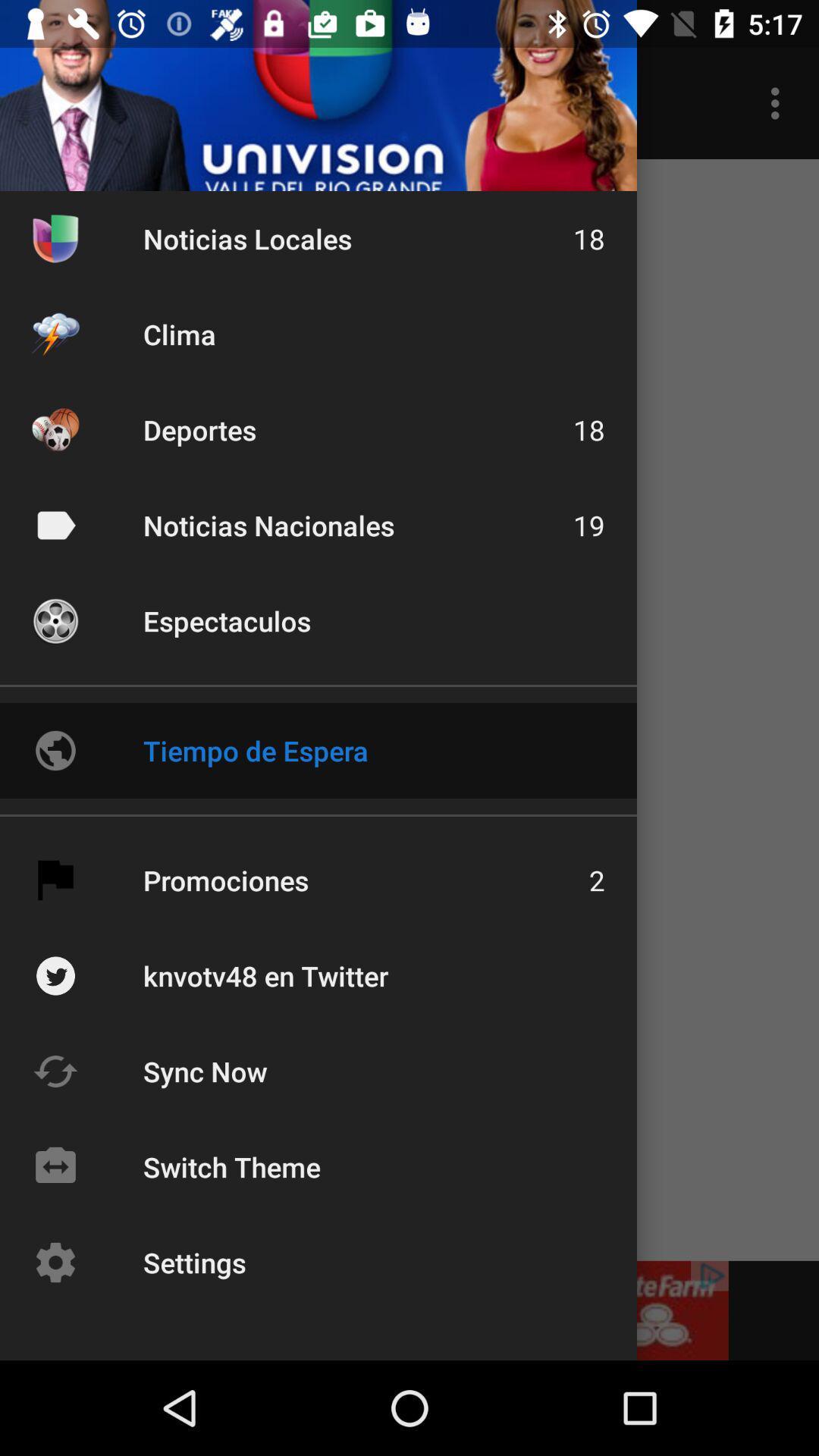 The height and width of the screenshot is (1456, 819). What do you see at coordinates (55, 334) in the screenshot?
I see `the icon left to clima` at bounding box center [55, 334].